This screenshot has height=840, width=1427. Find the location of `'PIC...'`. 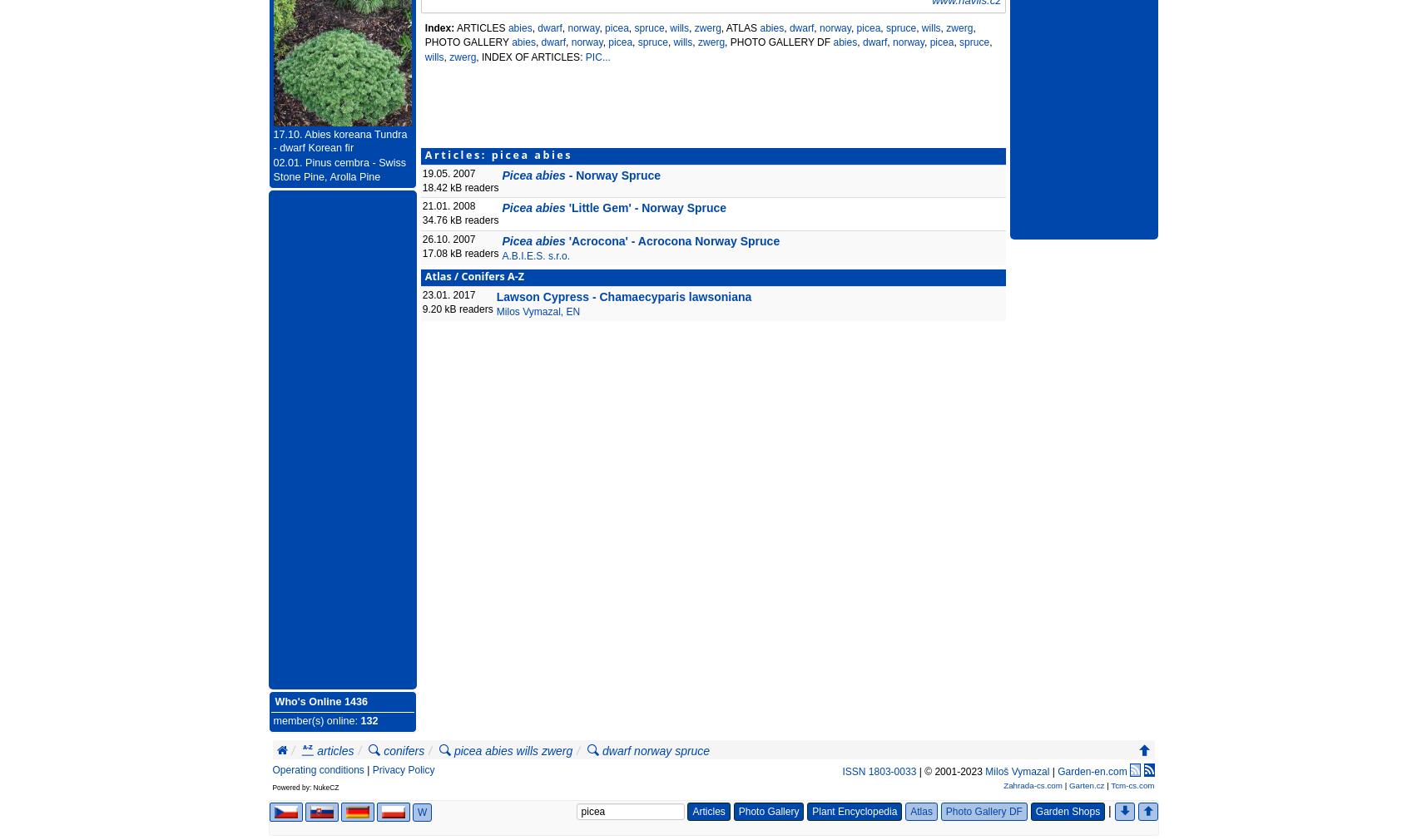

'PIC...' is located at coordinates (597, 55).